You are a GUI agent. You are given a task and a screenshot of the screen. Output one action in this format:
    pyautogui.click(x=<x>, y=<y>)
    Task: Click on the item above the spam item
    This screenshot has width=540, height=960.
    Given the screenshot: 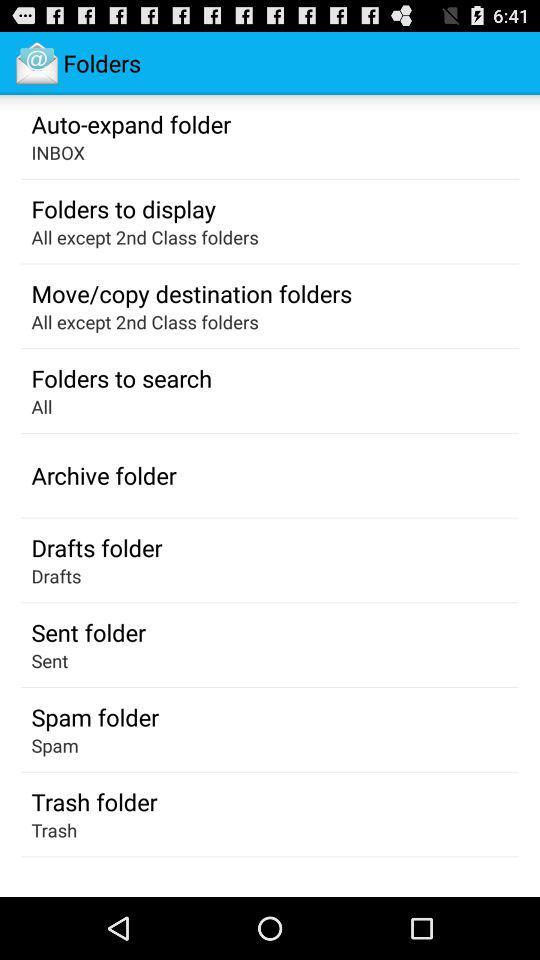 What is the action you would take?
    pyautogui.click(x=94, y=717)
    